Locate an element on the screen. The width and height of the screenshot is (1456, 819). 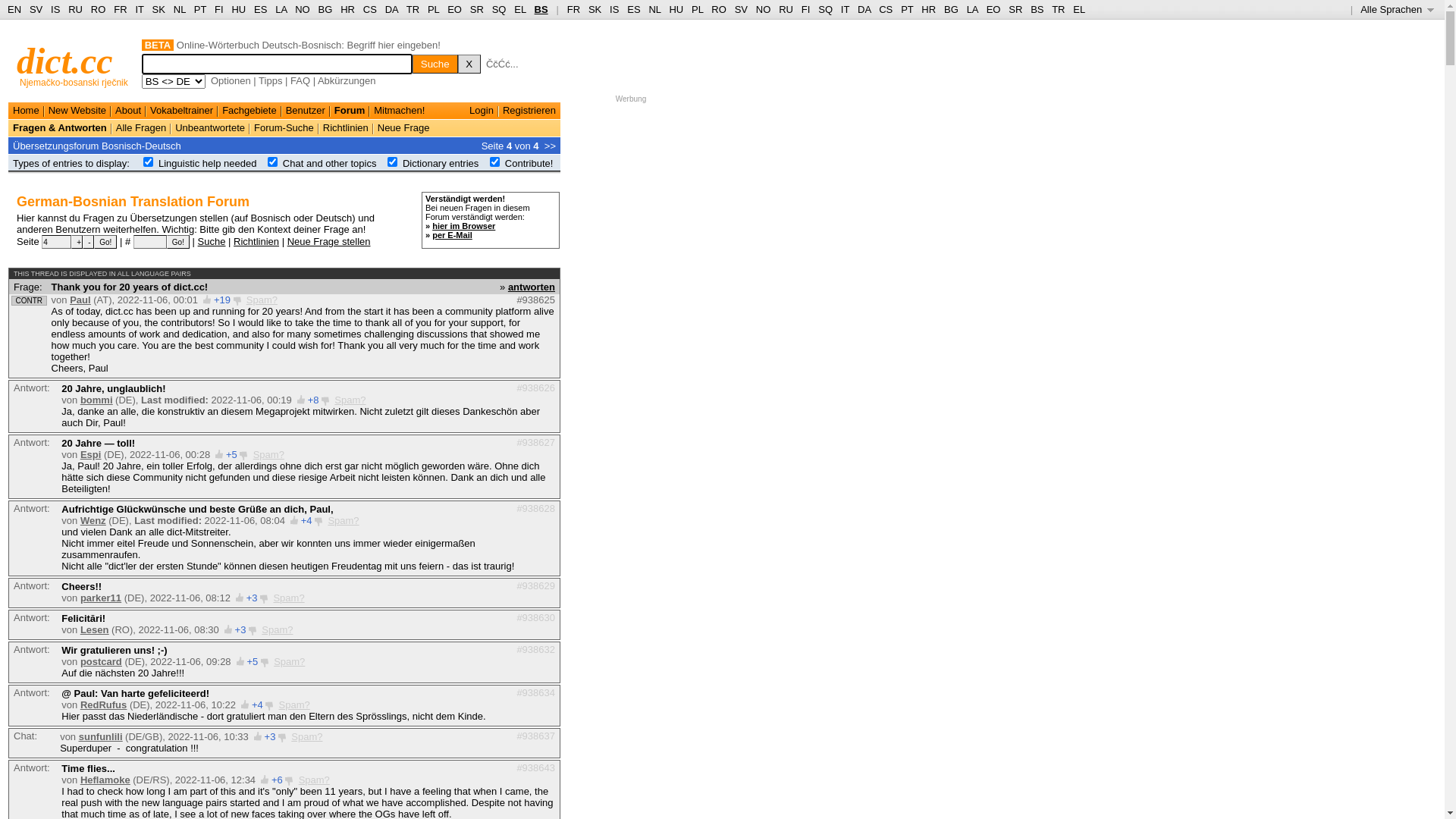
'parker11' is located at coordinates (79, 597).